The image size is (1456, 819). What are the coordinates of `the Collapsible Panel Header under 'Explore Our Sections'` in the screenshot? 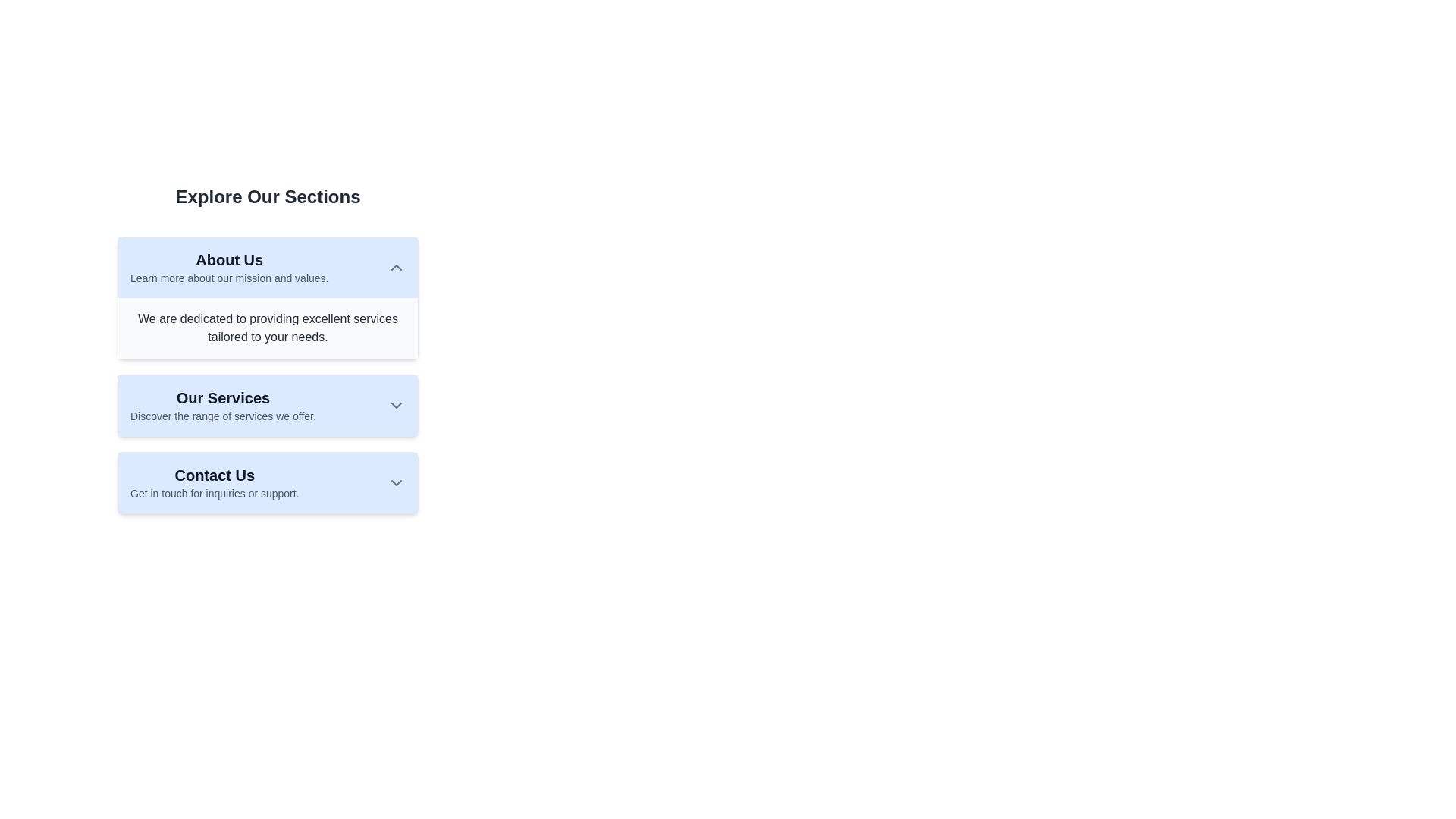 It's located at (268, 267).